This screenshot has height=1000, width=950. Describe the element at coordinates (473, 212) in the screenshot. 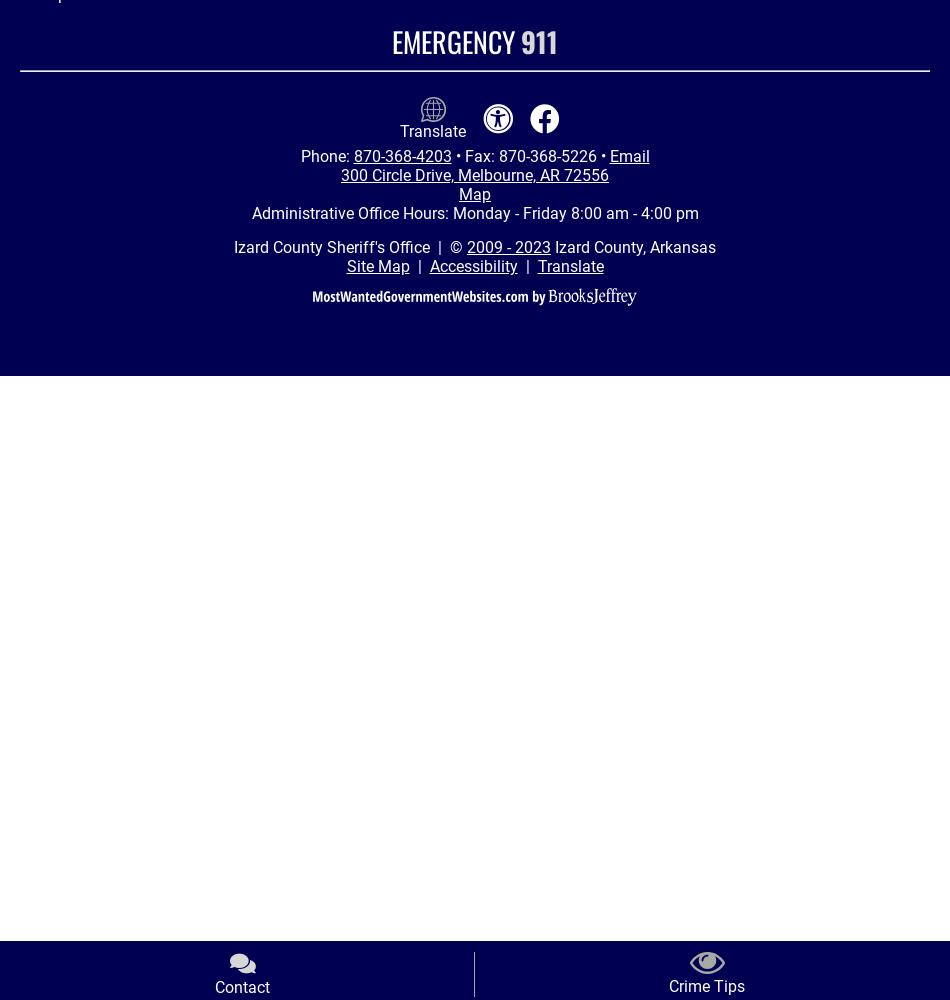

I see `'Administrative Office Hours: Monday - Friday 8:00 am - 4:00 pm'` at that location.